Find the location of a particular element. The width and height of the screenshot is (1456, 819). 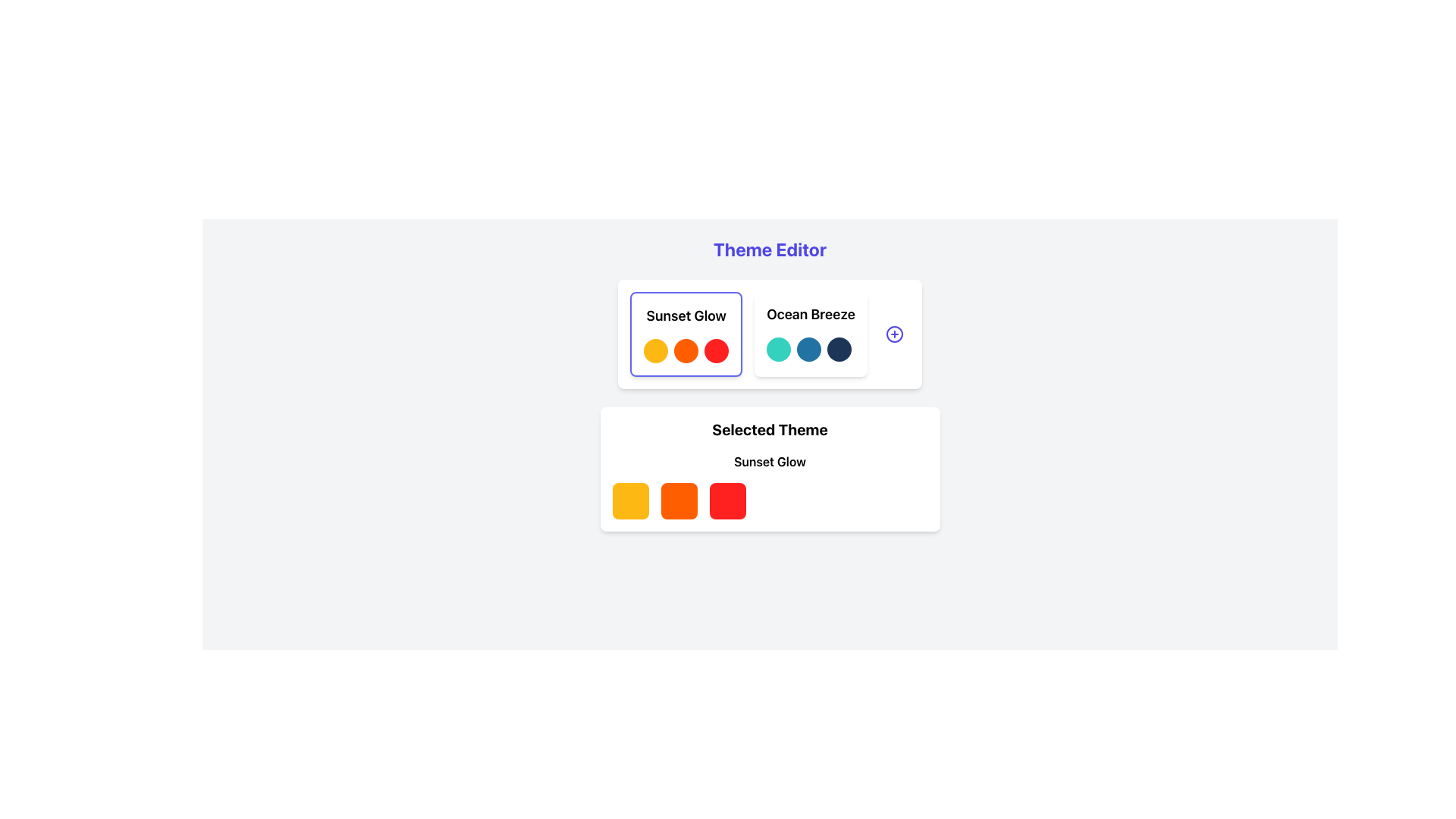

the second decorative color indicator icon in the 'Ocean Breeze' themed card is located at coordinates (810, 350).